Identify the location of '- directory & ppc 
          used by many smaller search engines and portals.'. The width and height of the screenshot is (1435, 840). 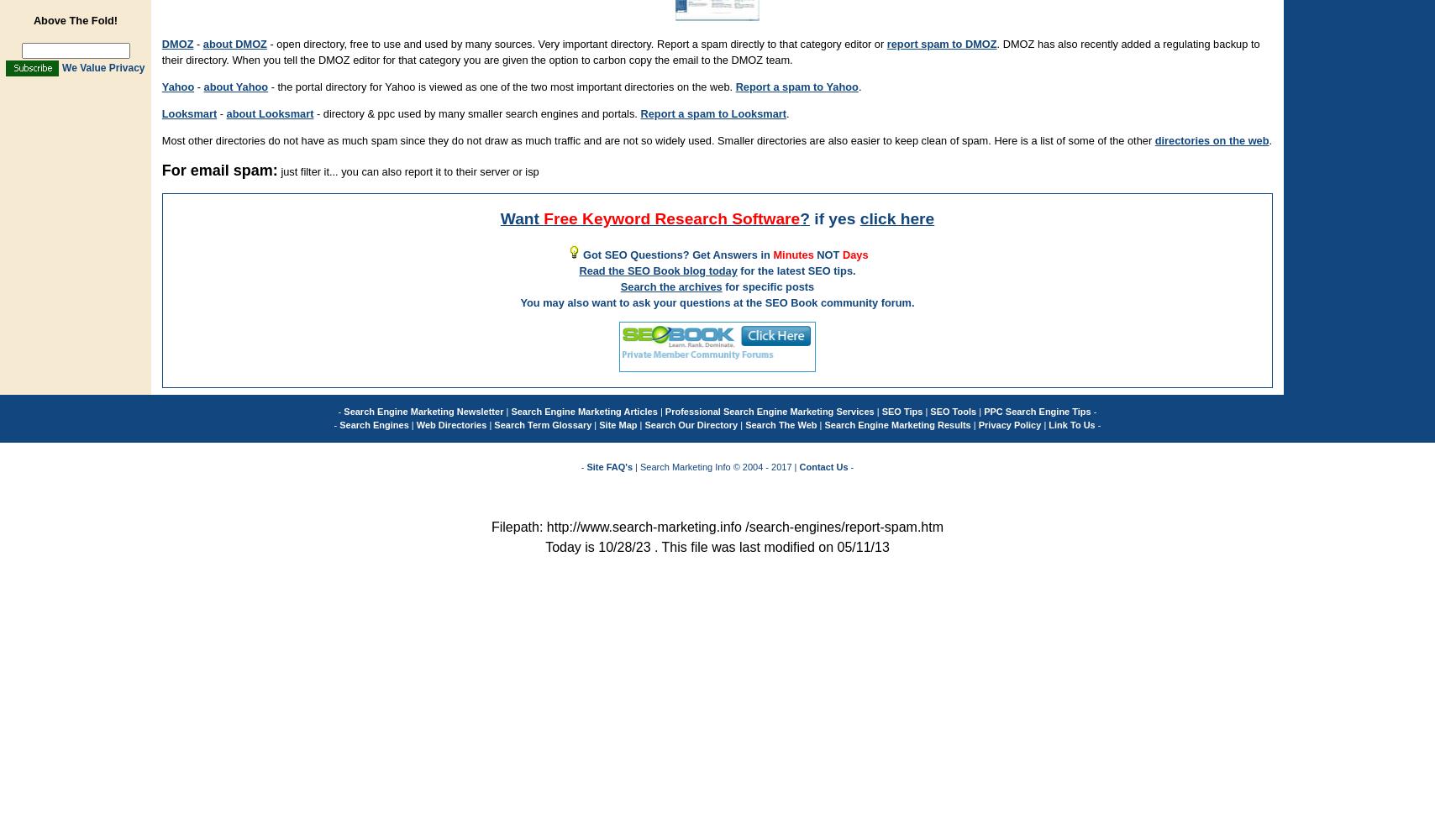
(476, 113).